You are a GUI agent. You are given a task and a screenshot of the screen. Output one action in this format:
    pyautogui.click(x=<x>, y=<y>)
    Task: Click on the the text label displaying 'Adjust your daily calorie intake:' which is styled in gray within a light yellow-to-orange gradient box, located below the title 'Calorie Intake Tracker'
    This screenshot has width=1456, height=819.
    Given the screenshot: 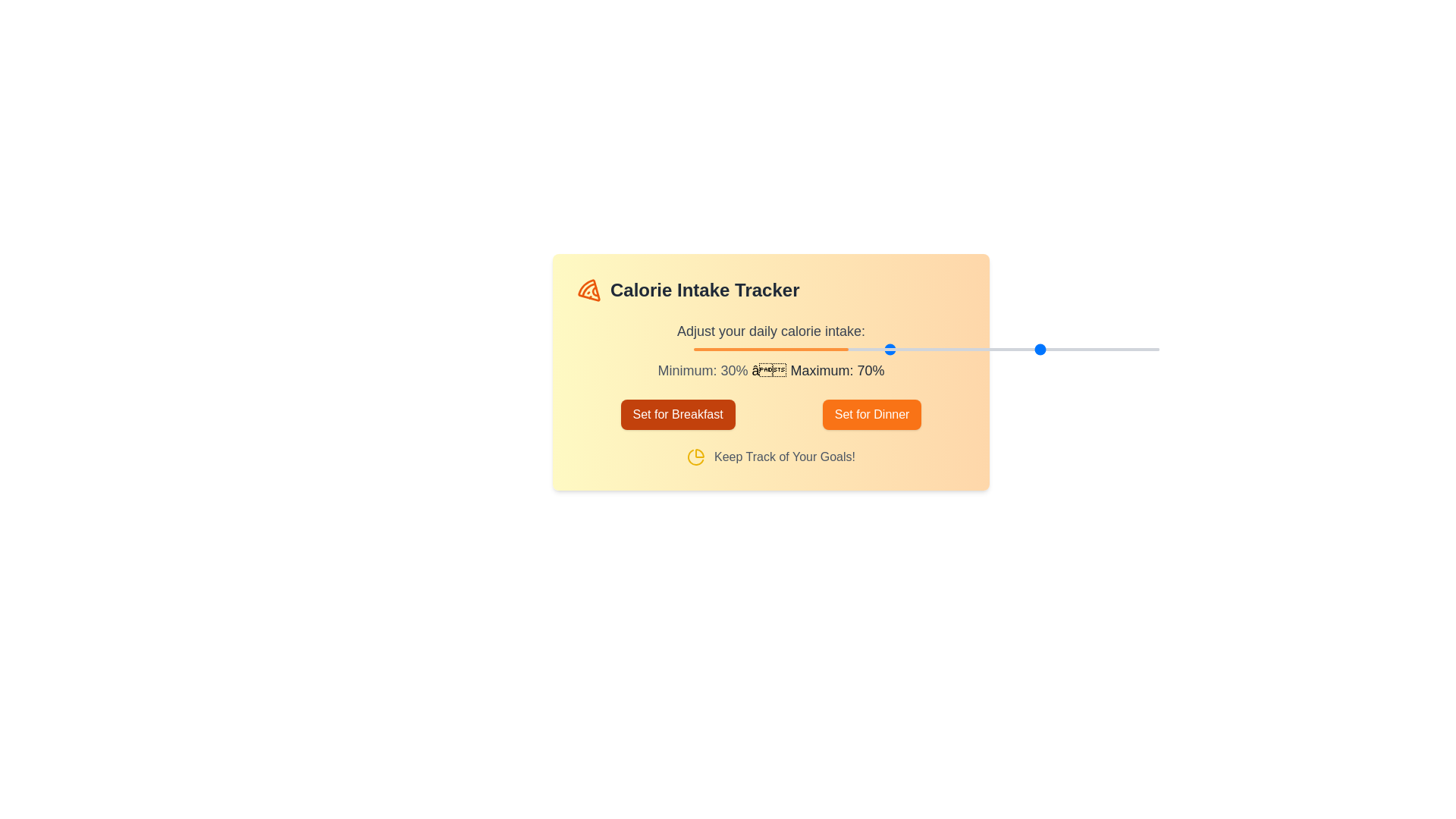 What is the action you would take?
    pyautogui.click(x=771, y=330)
    